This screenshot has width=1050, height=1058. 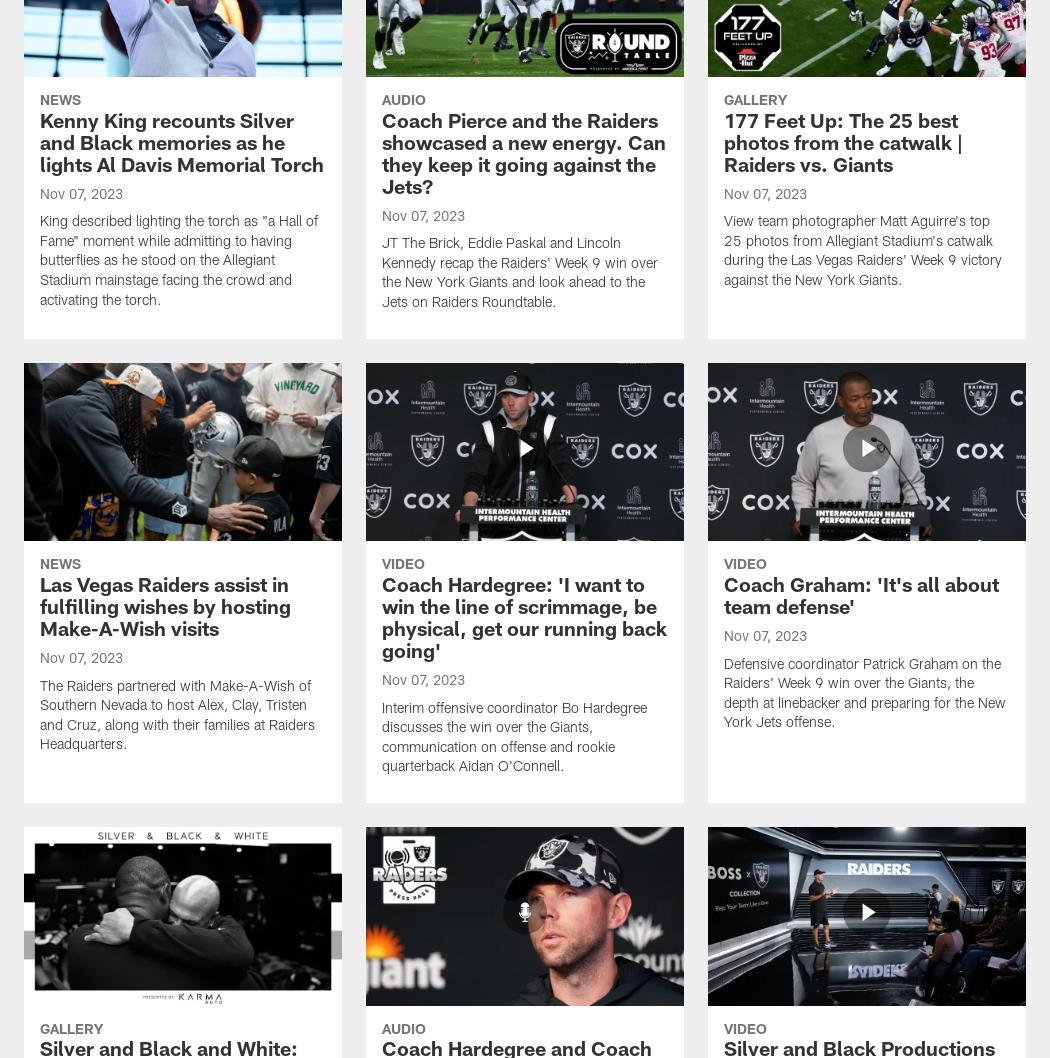 I want to click on 'Las Vegas Raiders assist in fulfilling wishes by hosting Make-A-Wish visits', so click(x=165, y=608).